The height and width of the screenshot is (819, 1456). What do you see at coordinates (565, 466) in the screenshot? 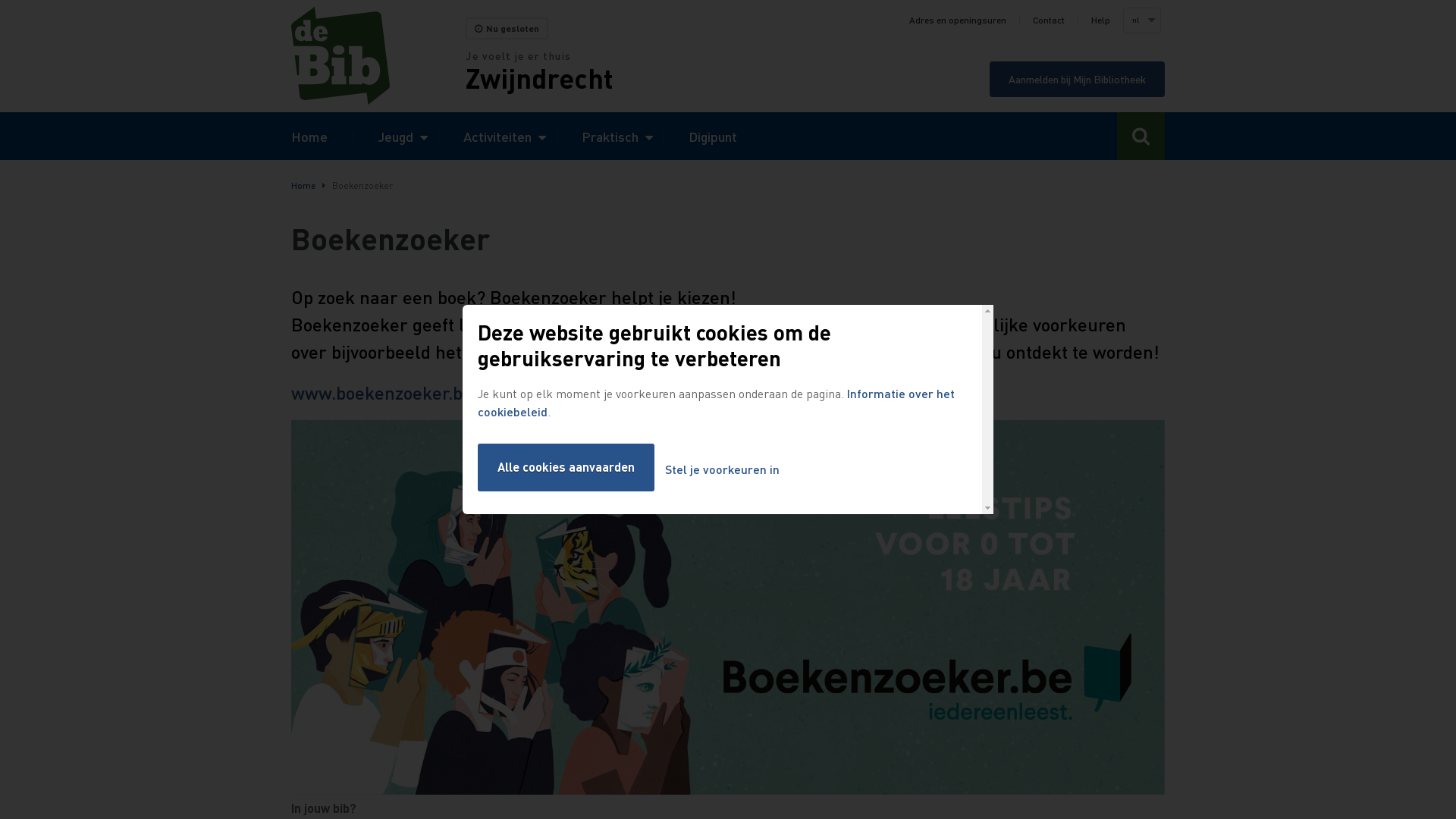
I see `'Alle cookies aanvaarden'` at bounding box center [565, 466].